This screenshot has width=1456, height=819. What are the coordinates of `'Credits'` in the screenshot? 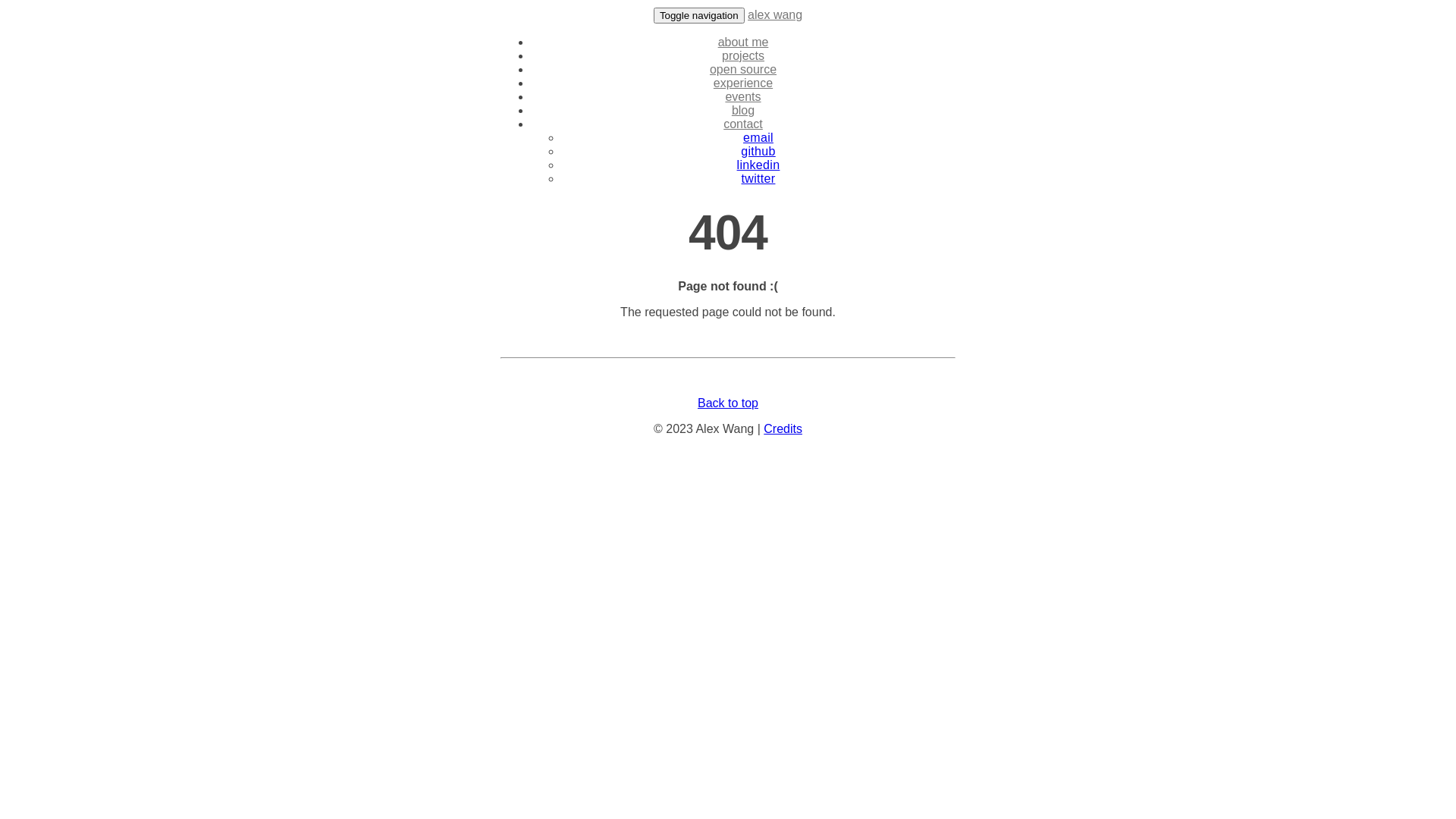 It's located at (783, 428).